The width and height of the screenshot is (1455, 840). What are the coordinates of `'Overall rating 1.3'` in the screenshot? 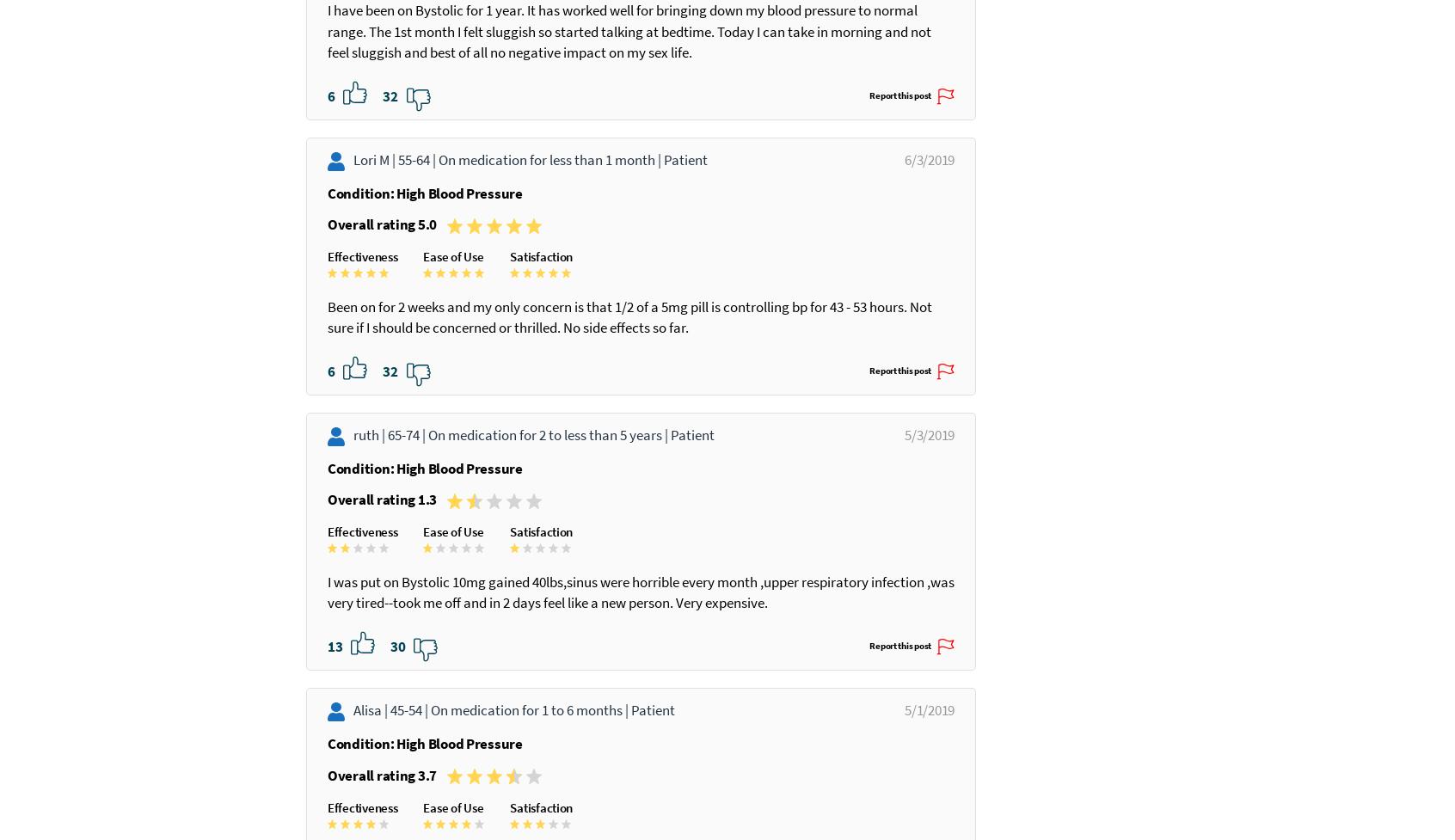 It's located at (328, 583).